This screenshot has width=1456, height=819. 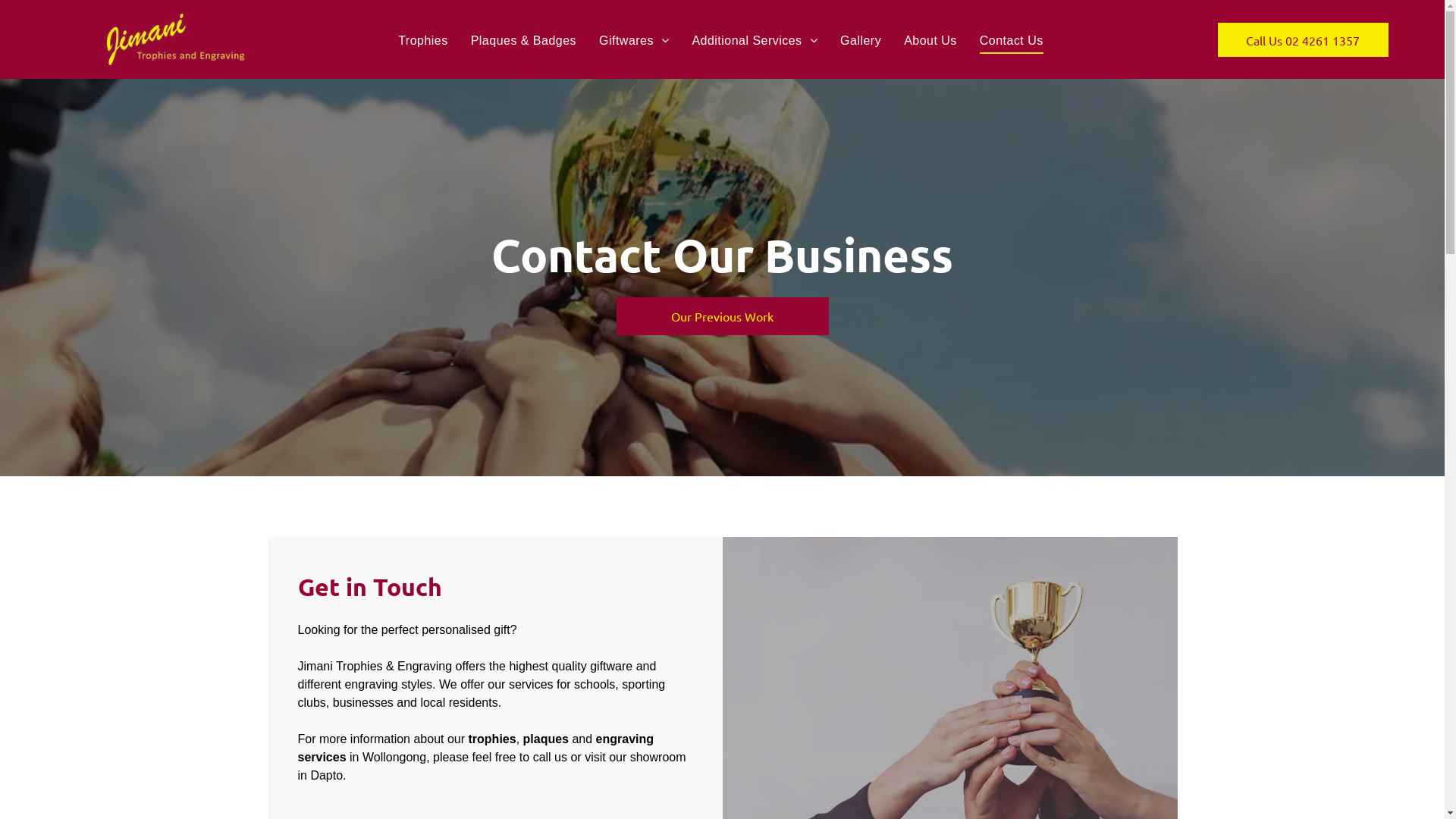 What do you see at coordinates (892, 40) in the screenshot?
I see `'About Us'` at bounding box center [892, 40].